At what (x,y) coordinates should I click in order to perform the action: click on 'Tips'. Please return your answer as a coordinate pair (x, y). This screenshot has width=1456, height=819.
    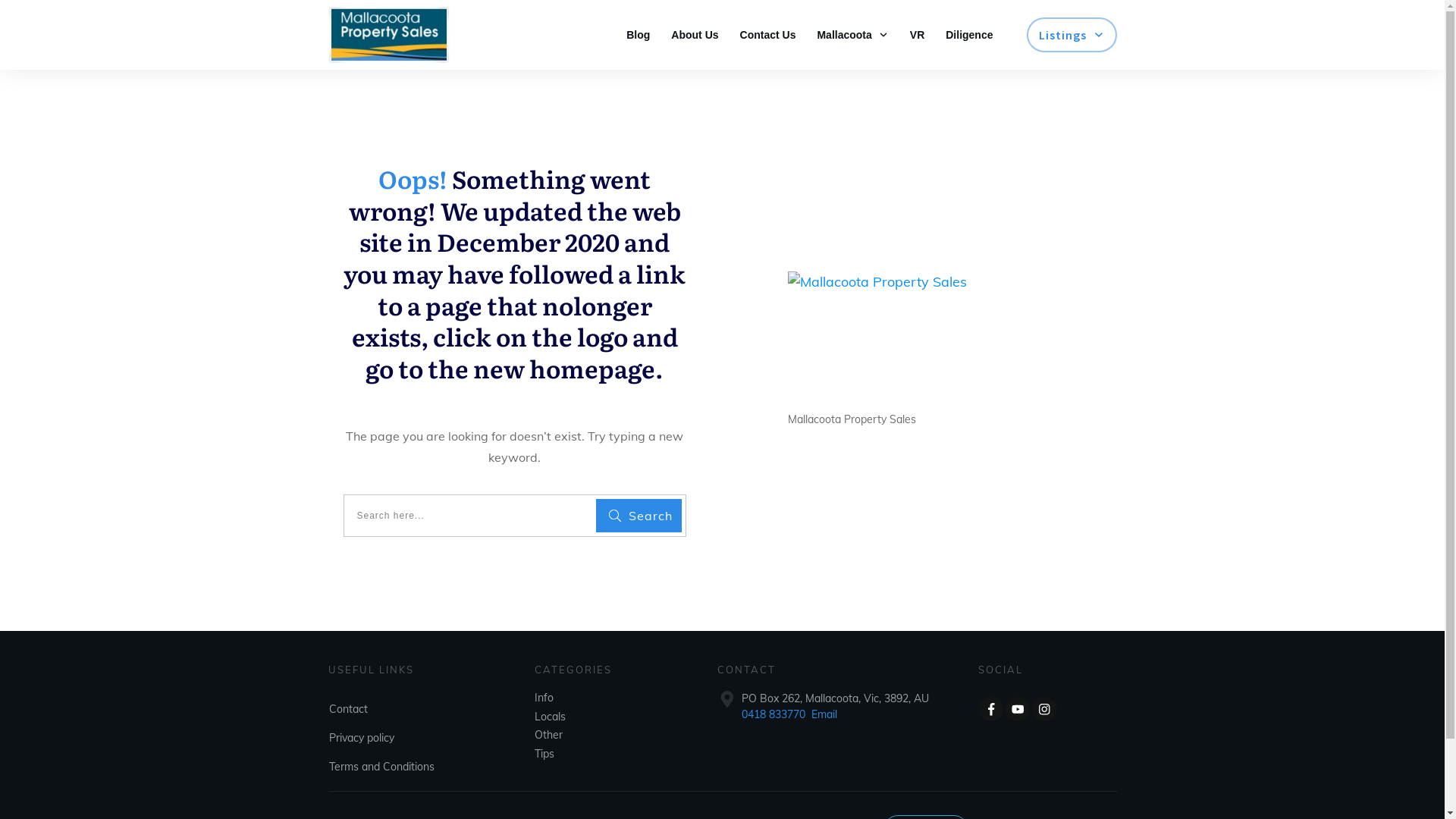
    Looking at the image, I should click on (544, 754).